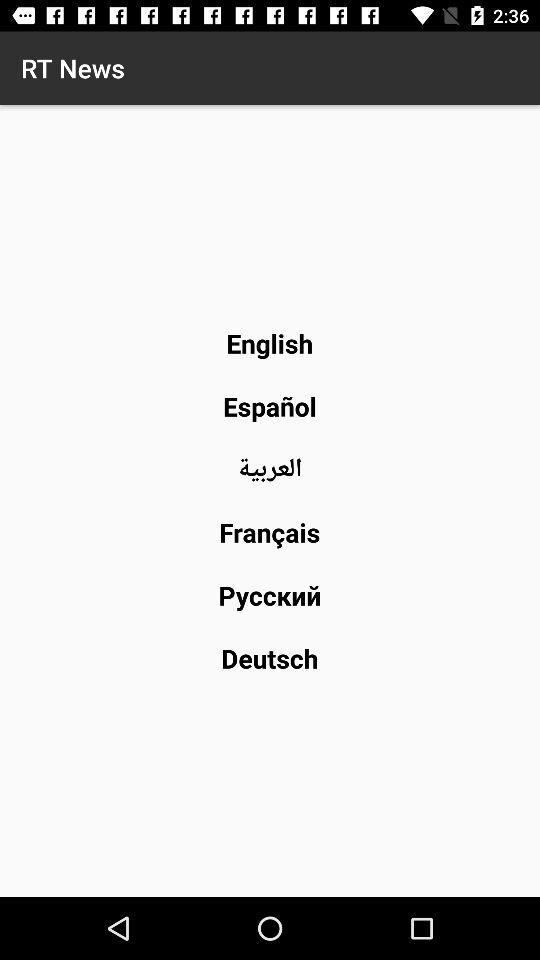  I want to click on english, so click(269, 343).